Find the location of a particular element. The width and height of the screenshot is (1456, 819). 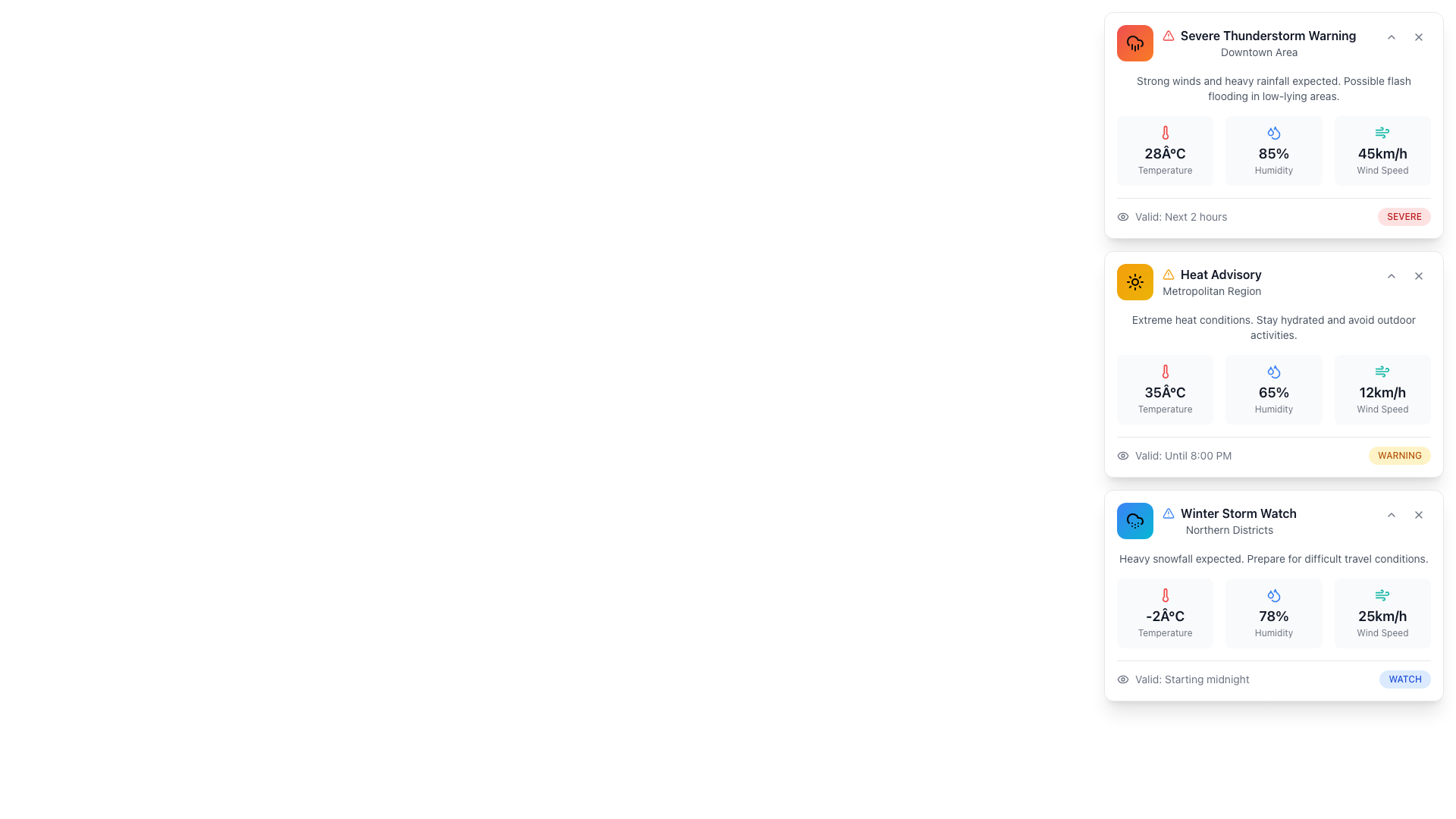

humidity value displayed in the second card of the weather information panel, which shows '78%' is located at coordinates (1274, 613).